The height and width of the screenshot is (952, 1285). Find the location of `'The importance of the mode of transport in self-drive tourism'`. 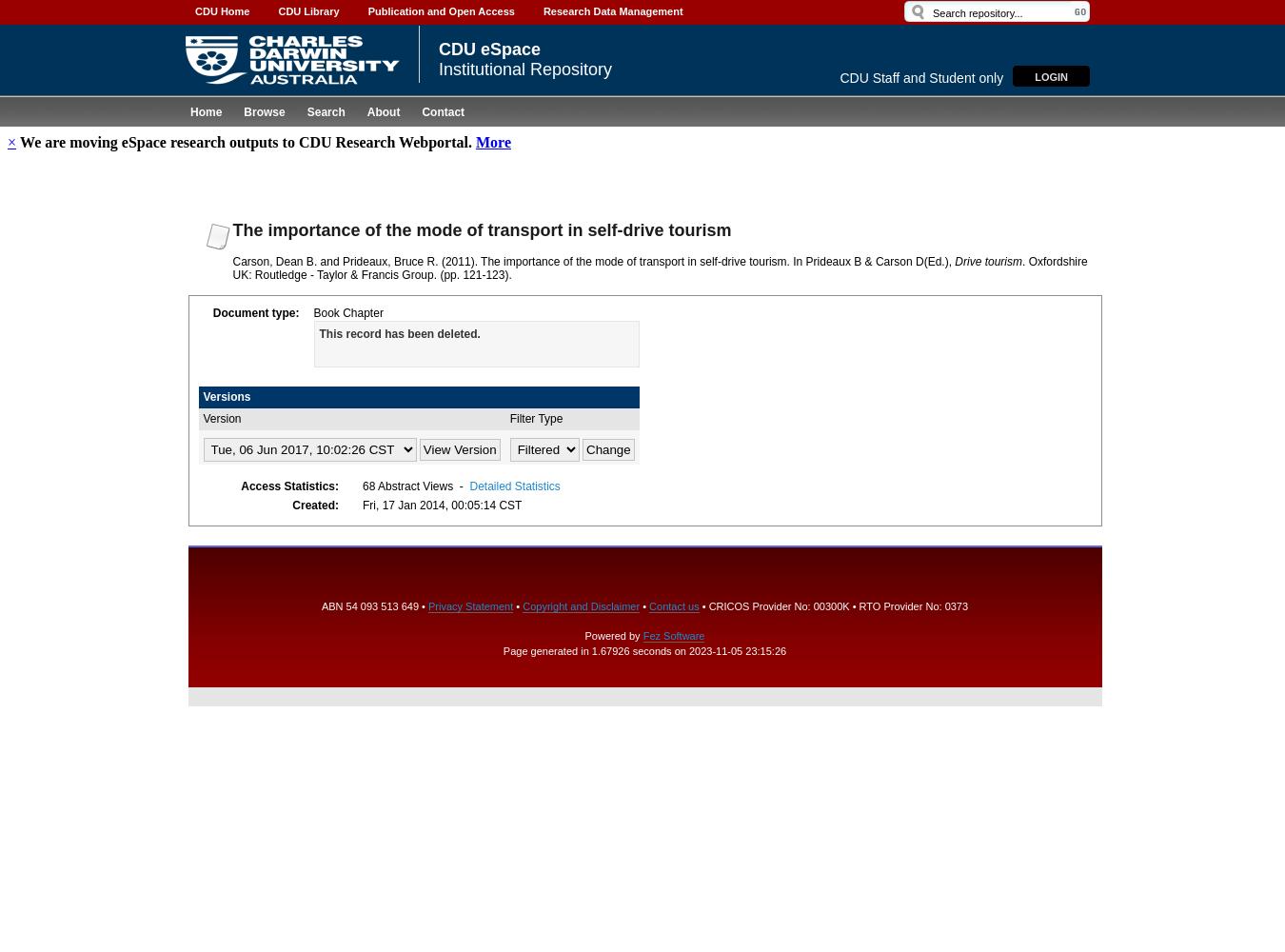

'The importance of the mode of transport in self-drive tourism' is located at coordinates (480, 228).